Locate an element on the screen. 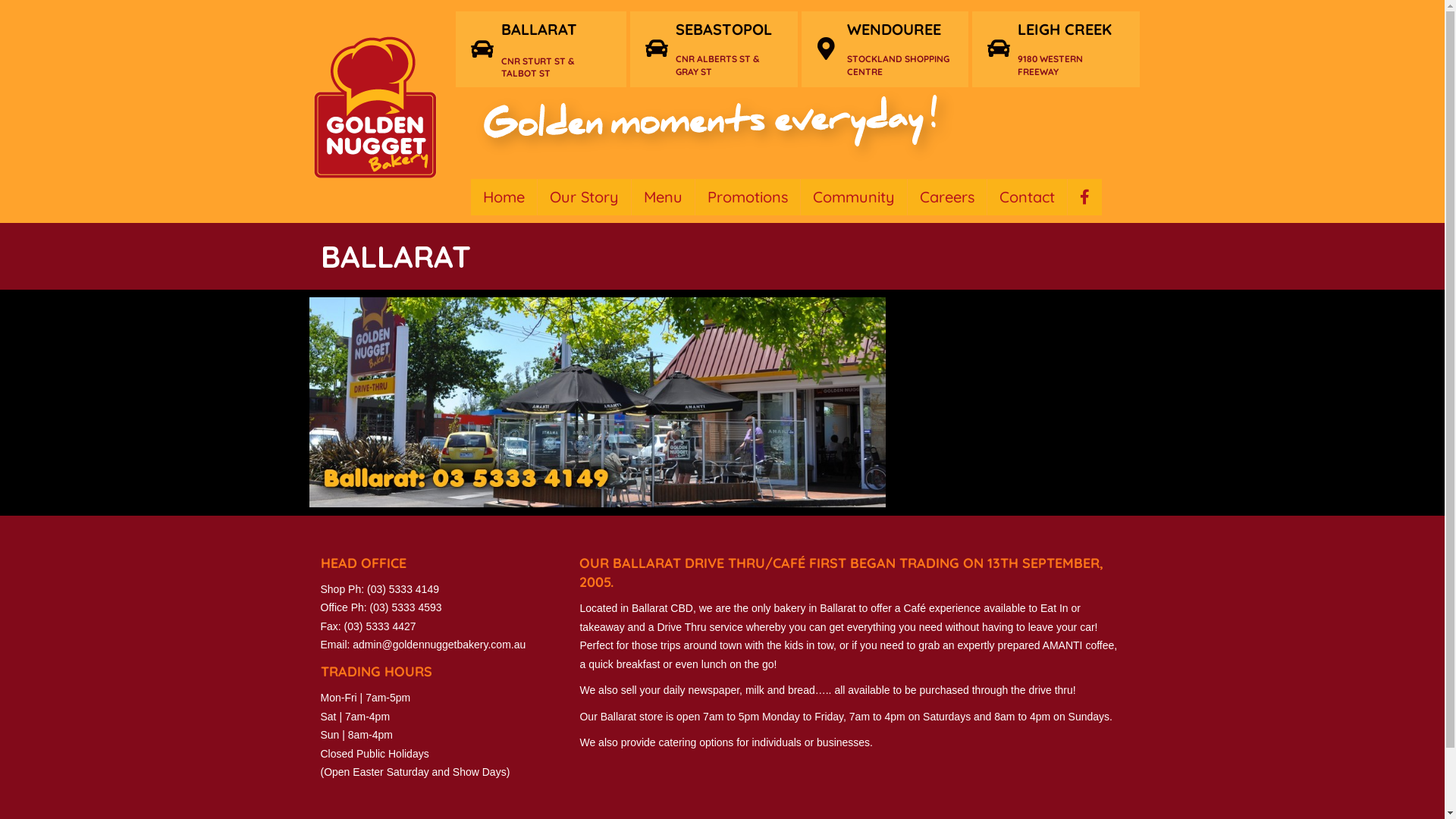 The image size is (1456, 819). 'Goldennugget Logo' is located at coordinates (374, 106).